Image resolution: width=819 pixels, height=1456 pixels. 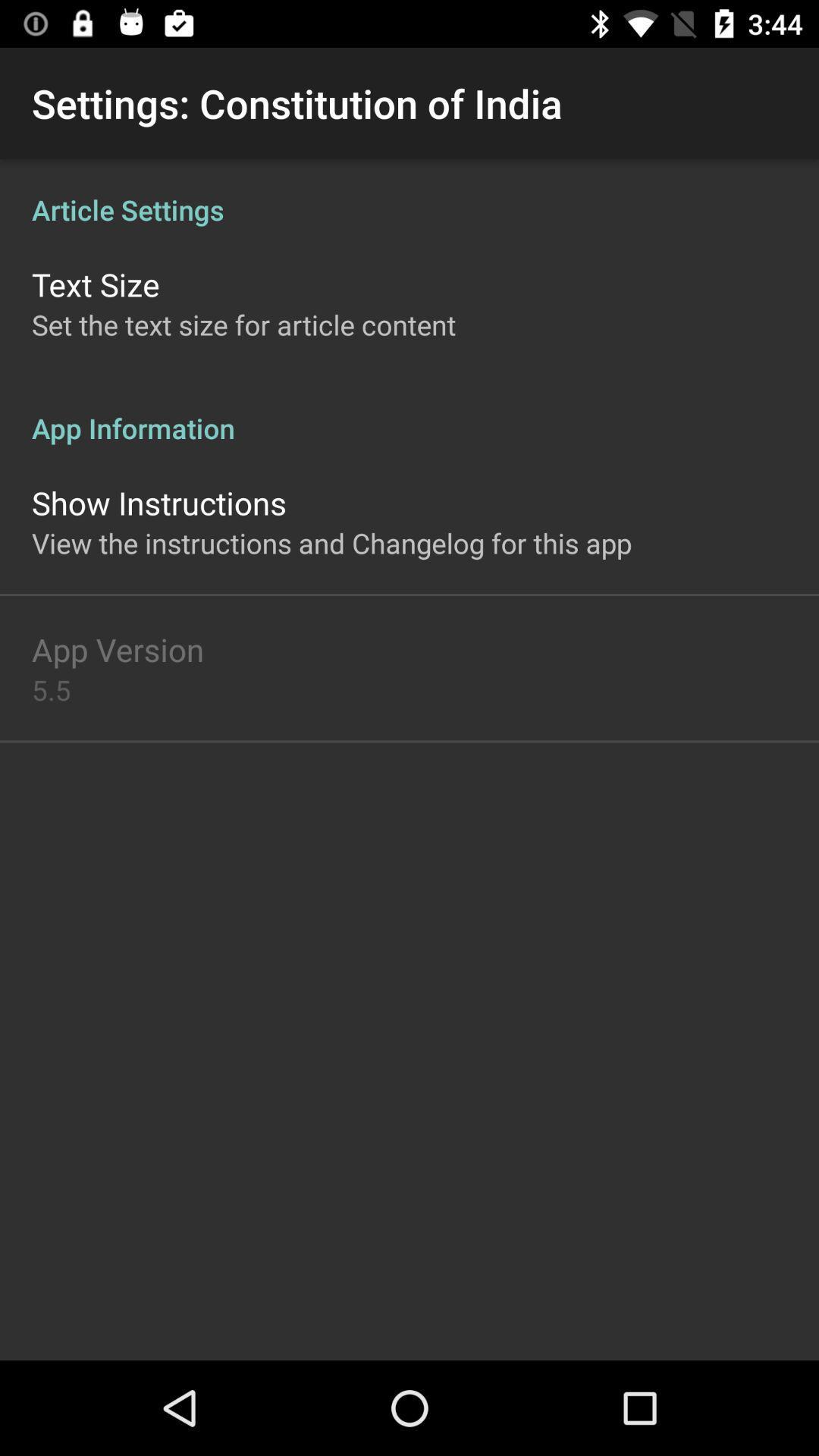 What do you see at coordinates (117, 649) in the screenshot?
I see `the icon below the view the instructions icon` at bounding box center [117, 649].